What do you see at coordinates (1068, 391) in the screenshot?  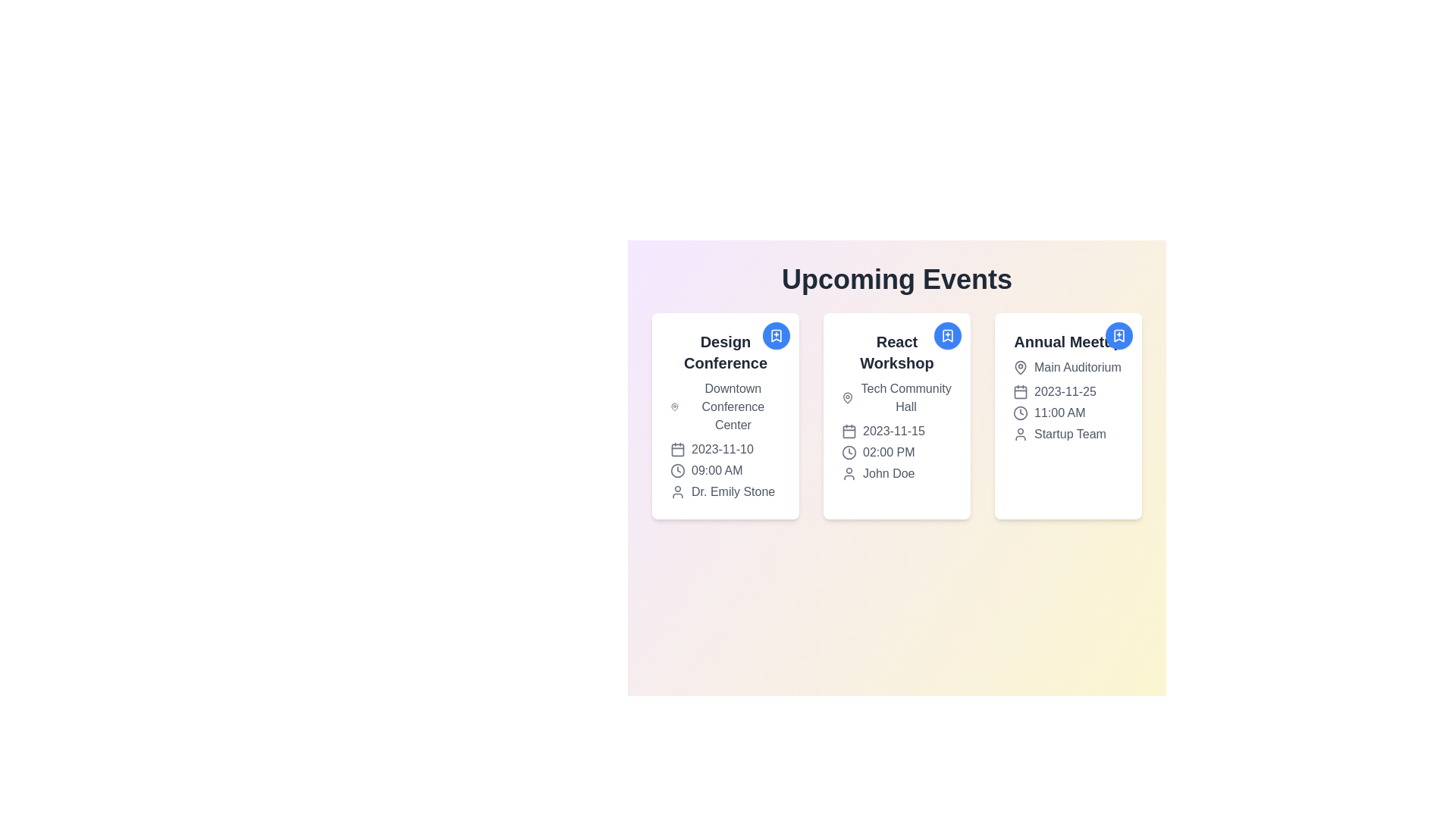 I see `the static text element displaying the date '2023-11-25' next to the calendar icon in the 'Annual Meetup' event card` at bounding box center [1068, 391].